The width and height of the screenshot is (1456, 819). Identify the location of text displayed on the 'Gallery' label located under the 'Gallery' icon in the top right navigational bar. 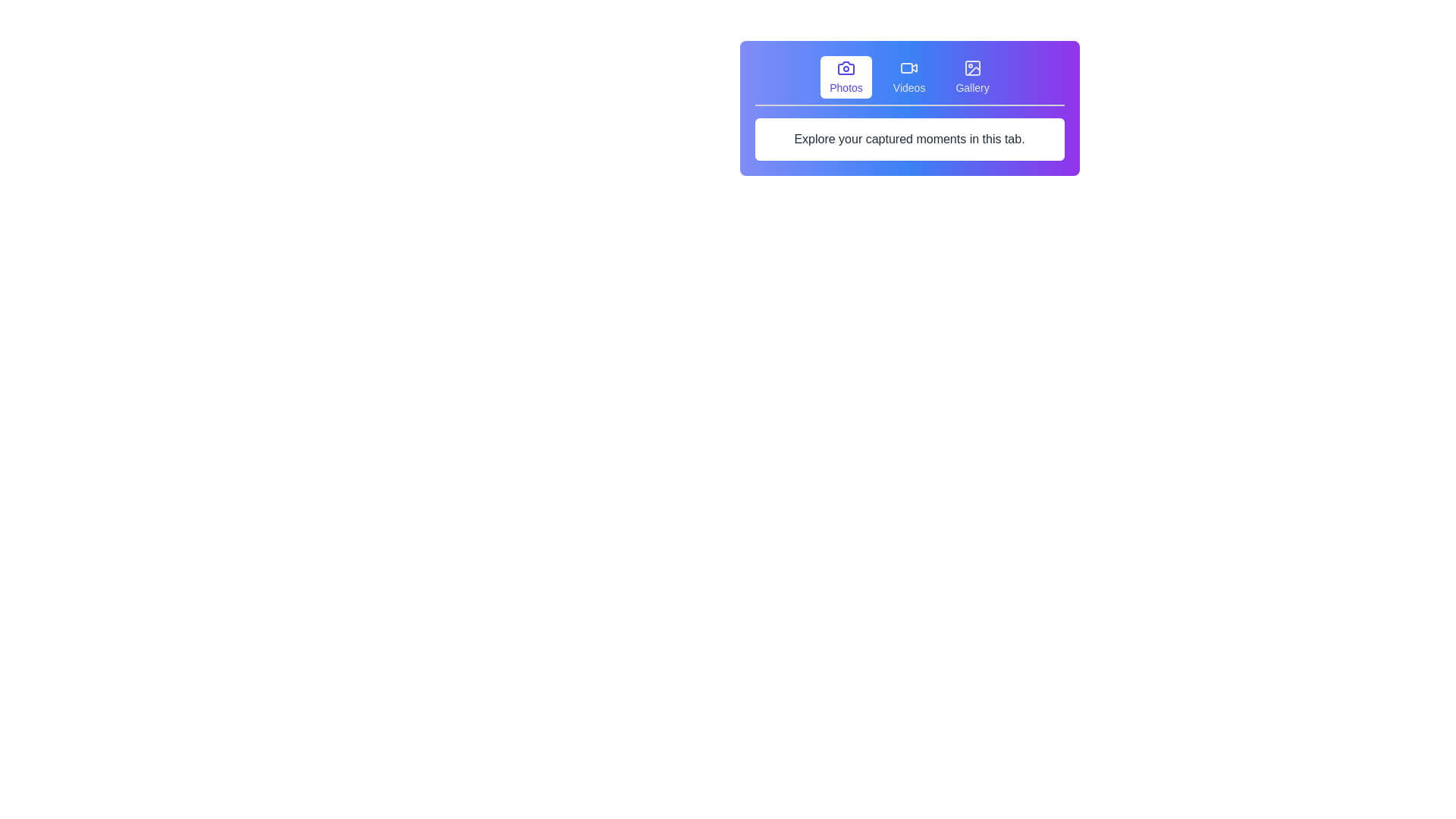
(972, 87).